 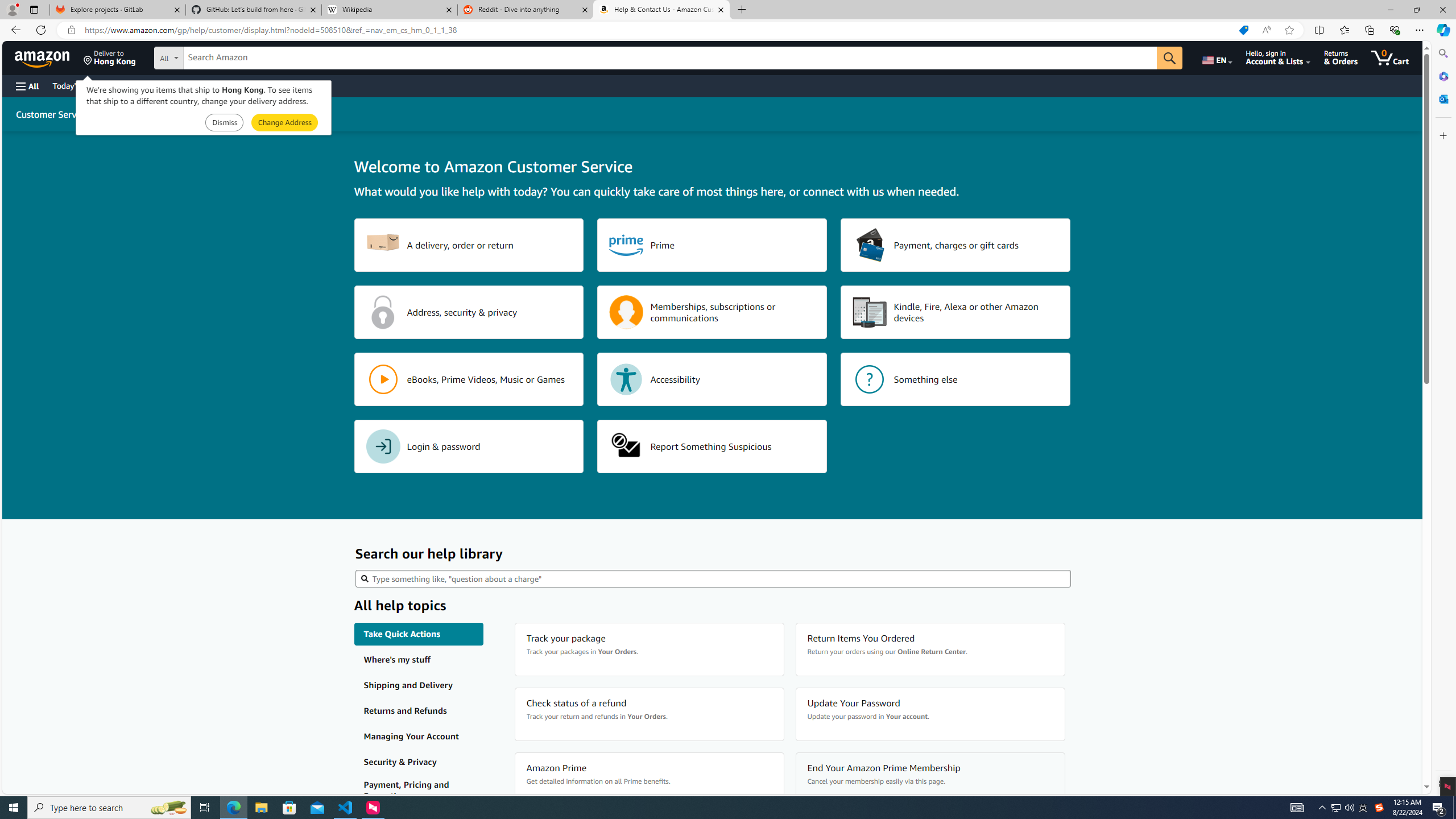 I want to click on 'Something else', so click(x=955, y=379).